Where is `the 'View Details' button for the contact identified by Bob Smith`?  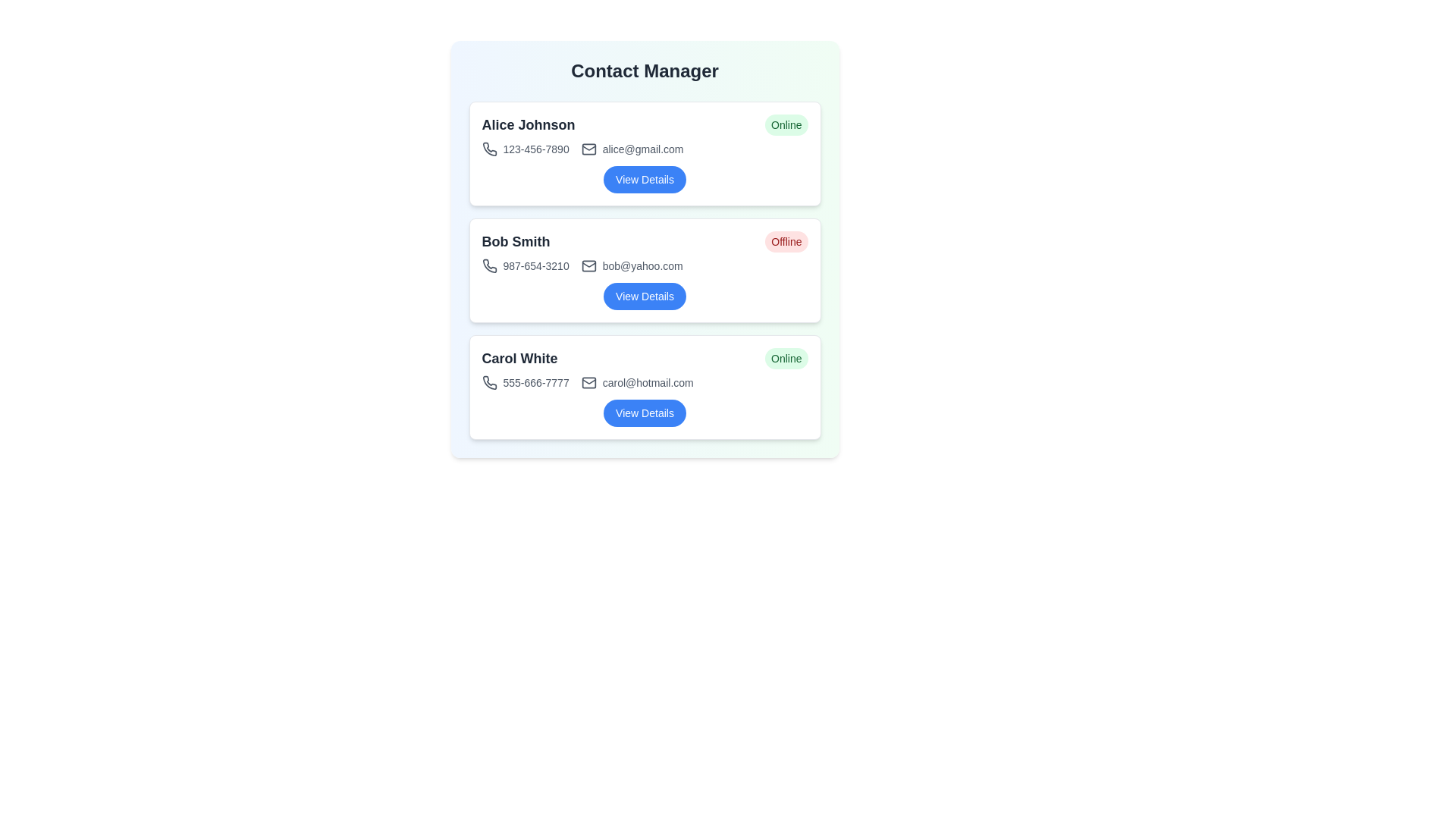
the 'View Details' button for the contact identified by Bob Smith is located at coordinates (645, 296).